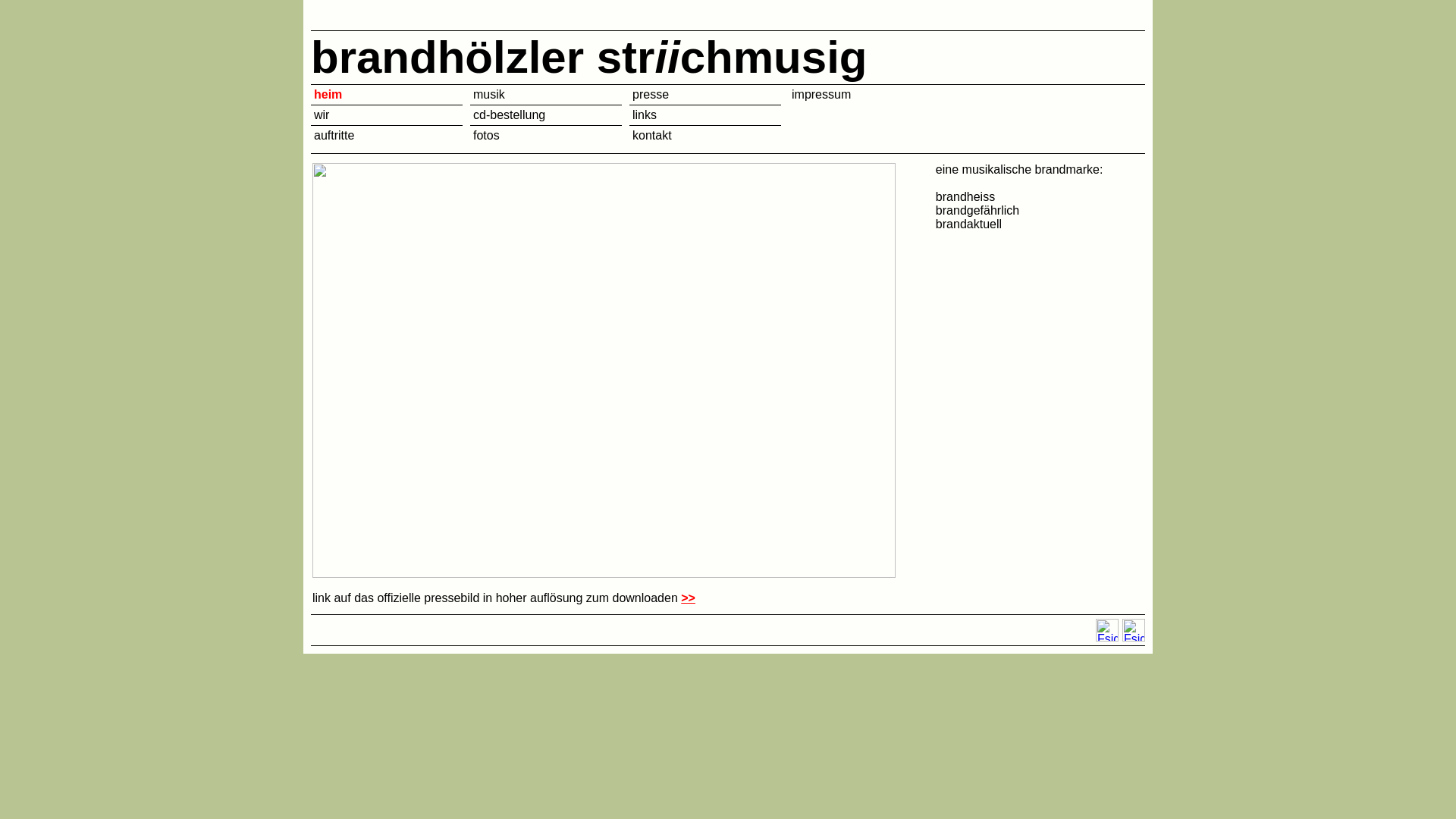 The image size is (1456, 819). Describe the element at coordinates (509, 114) in the screenshot. I see `'cd-bestellung'` at that location.